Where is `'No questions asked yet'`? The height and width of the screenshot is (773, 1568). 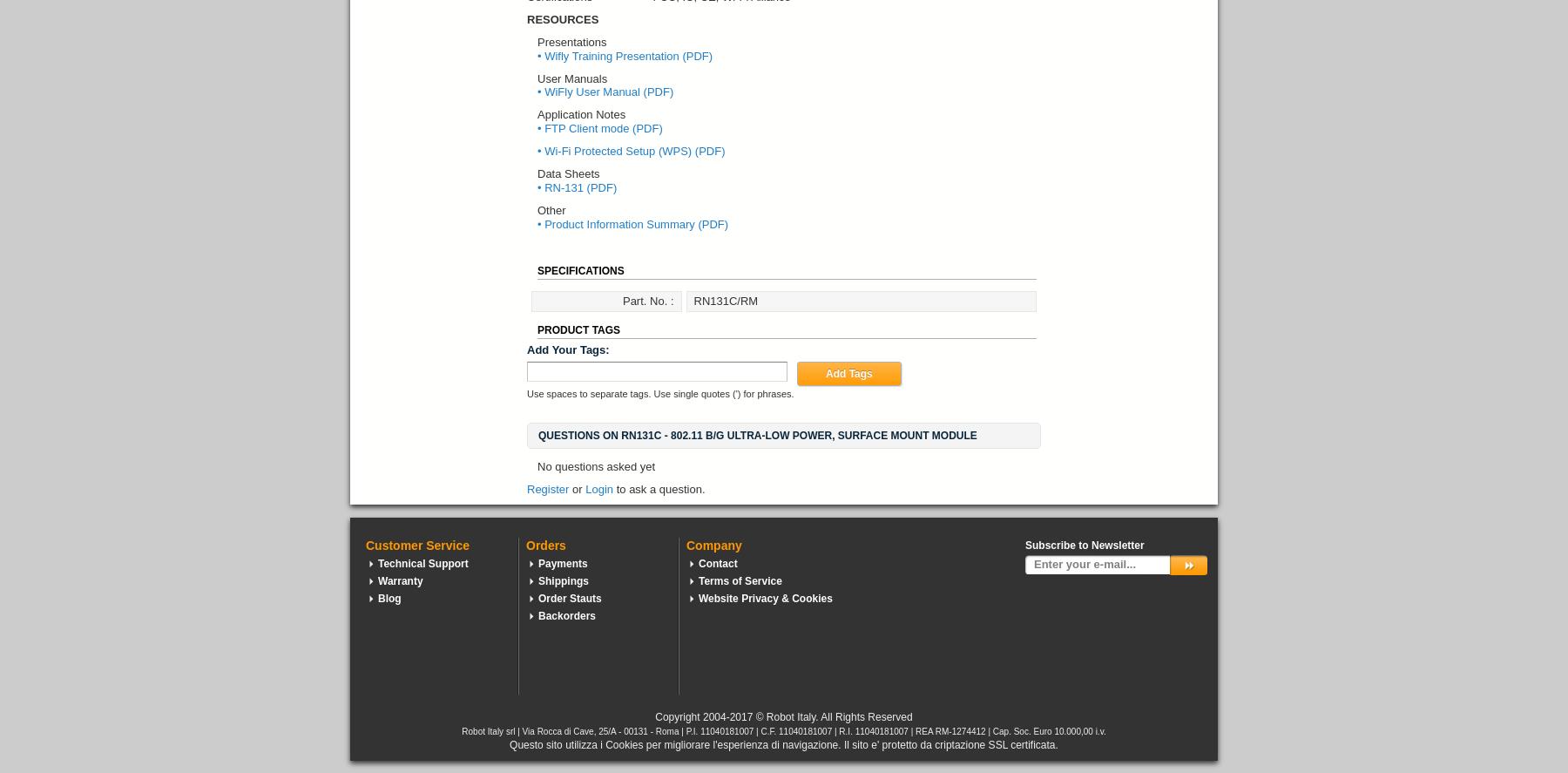 'No questions asked yet' is located at coordinates (537, 465).